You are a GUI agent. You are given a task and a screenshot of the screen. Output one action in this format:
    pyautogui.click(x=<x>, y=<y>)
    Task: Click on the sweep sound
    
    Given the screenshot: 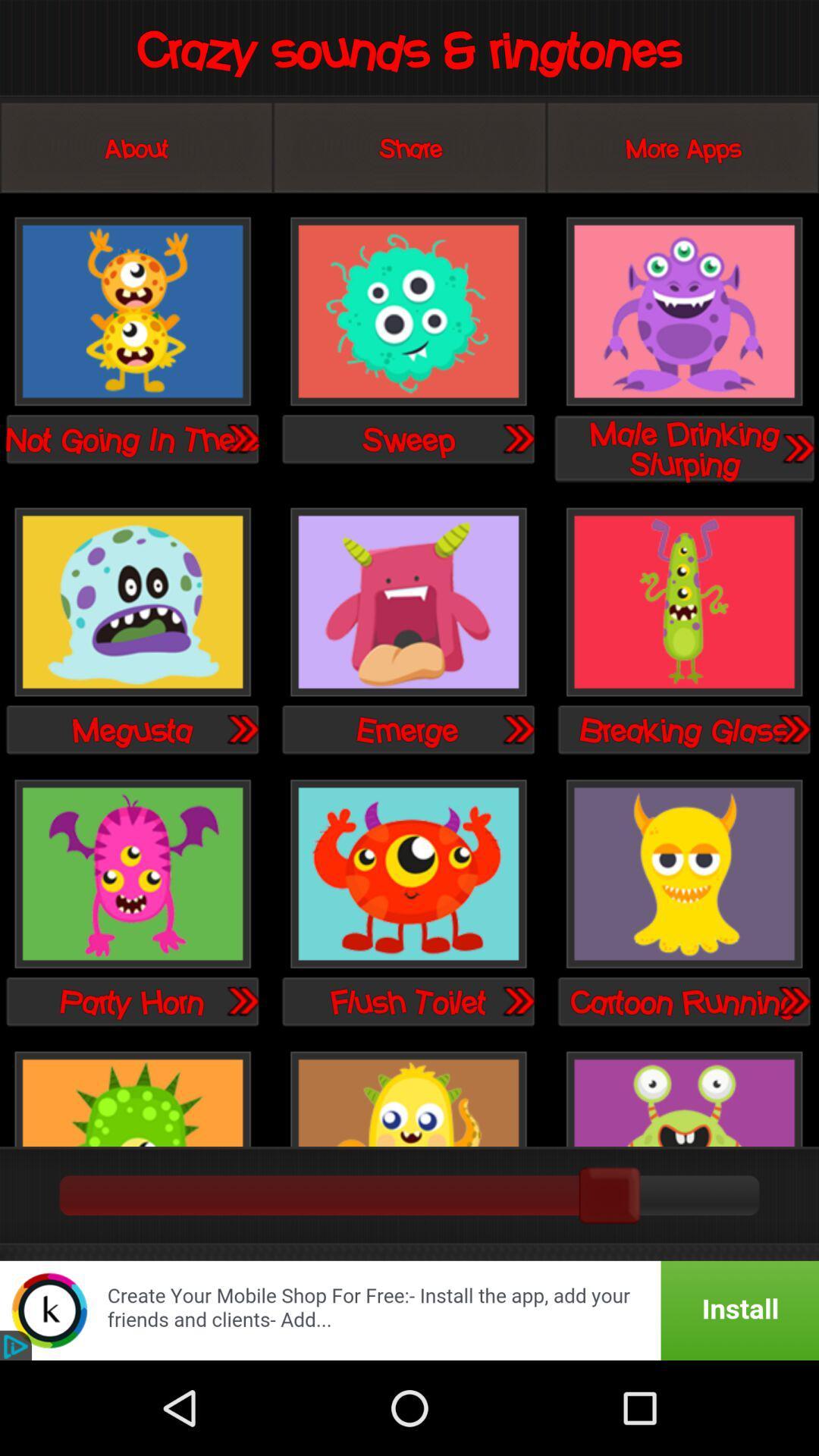 What is the action you would take?
    pyautogui.click(x=517, y=438)
    